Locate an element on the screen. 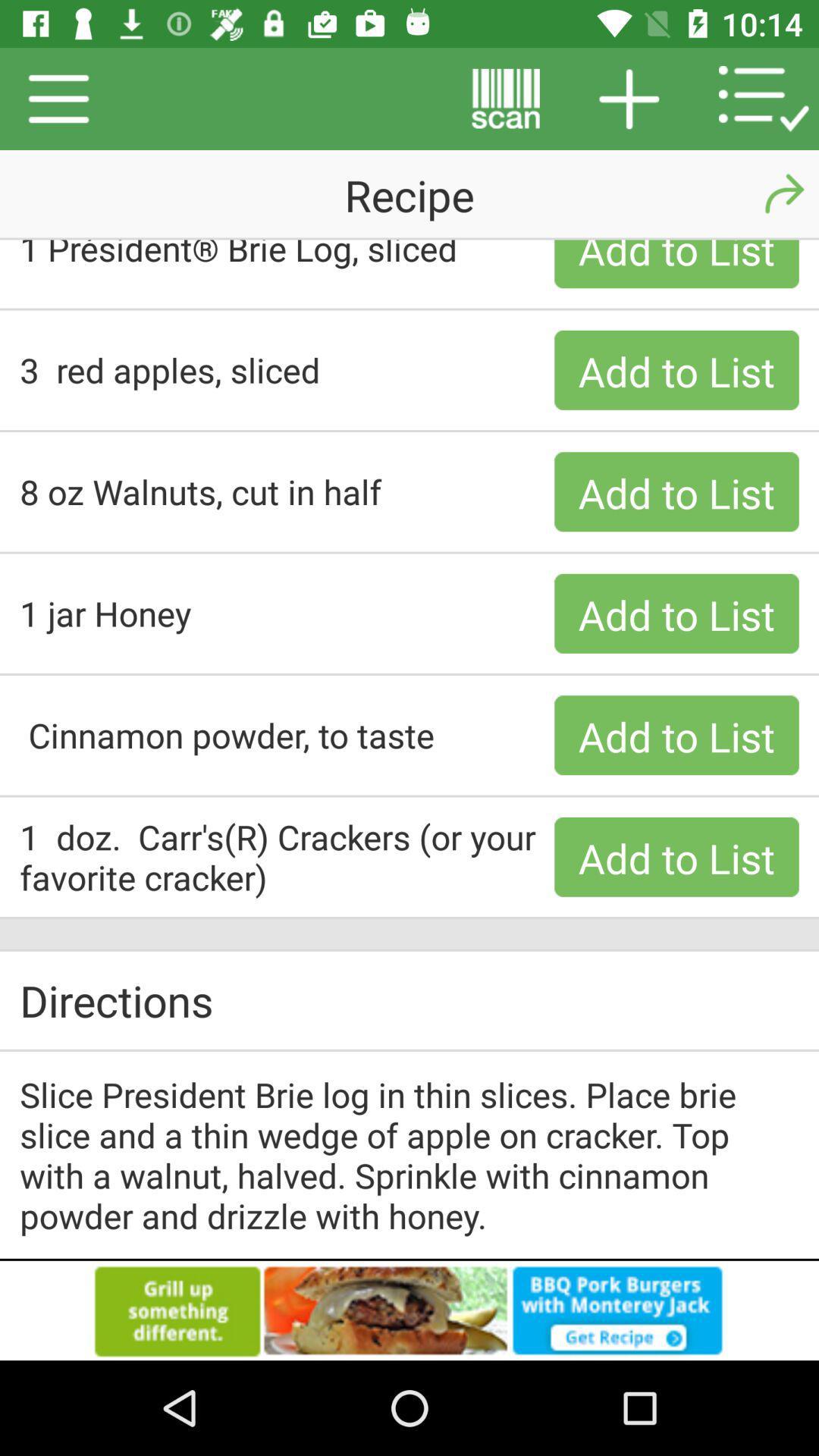 This screenshot has height=1456, width=819. the list icon is located at coordinates (764, 98).